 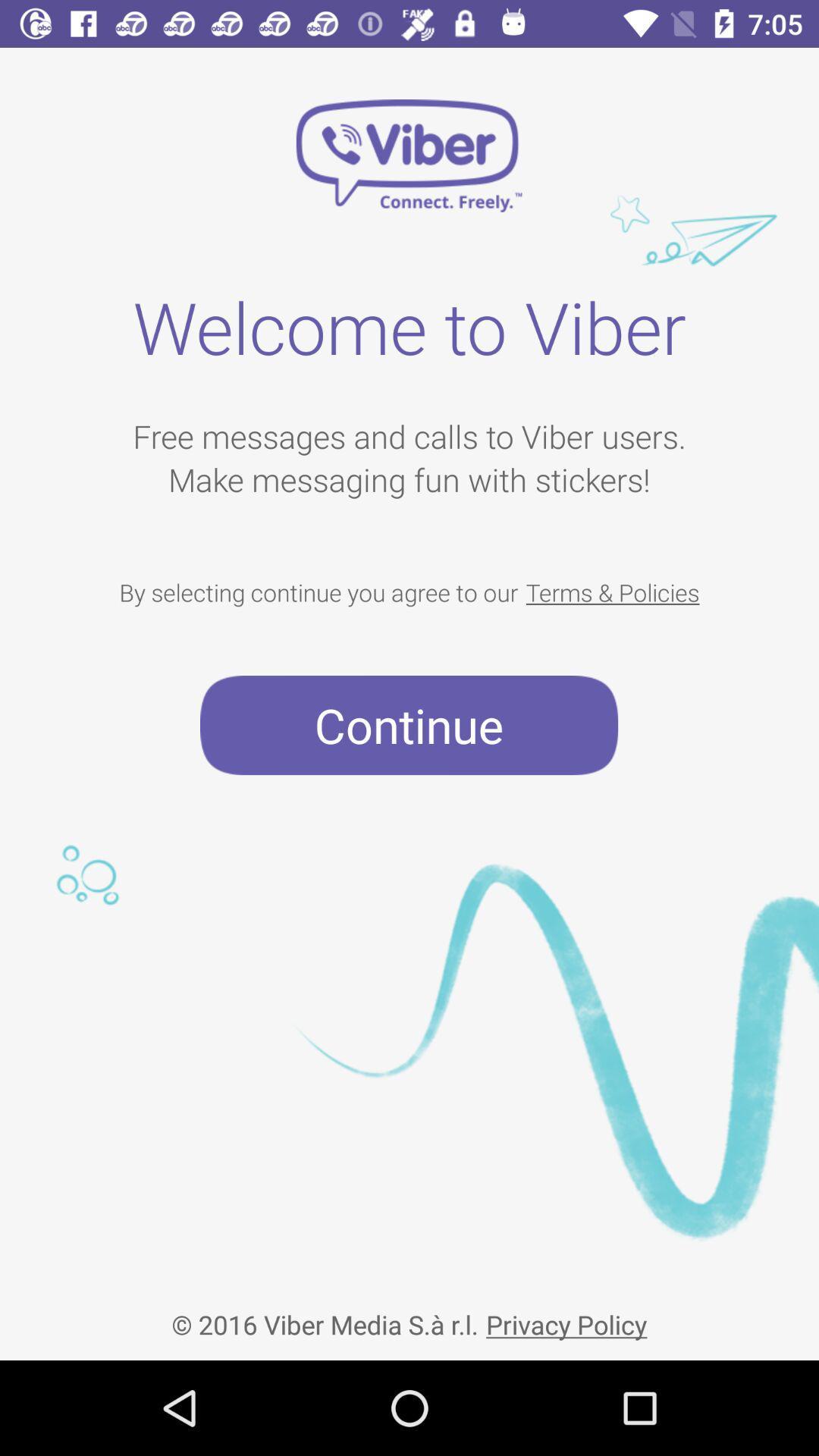 I want to click on the terms & policies, so click(x=612, y=591).